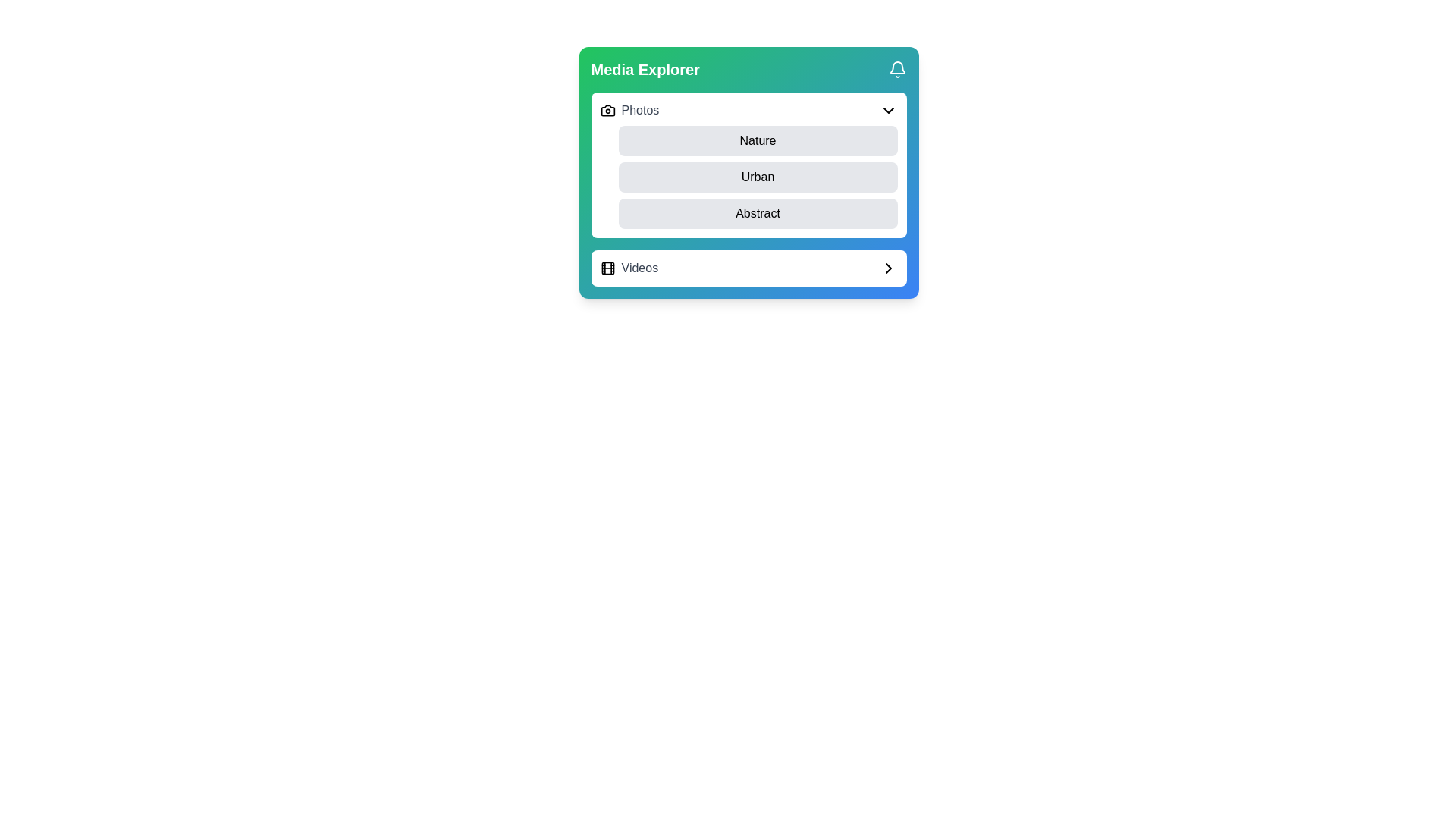 The image size is (1456, 819). Describe the element at coordinates (748, 189) in the screenshot. I see `the 'Urban' option in the Clickable Option Box, which is a rectangular box with rounded corners and a light gray background located centrally among three vertically stacked options under the 'Photos' section` at that location.